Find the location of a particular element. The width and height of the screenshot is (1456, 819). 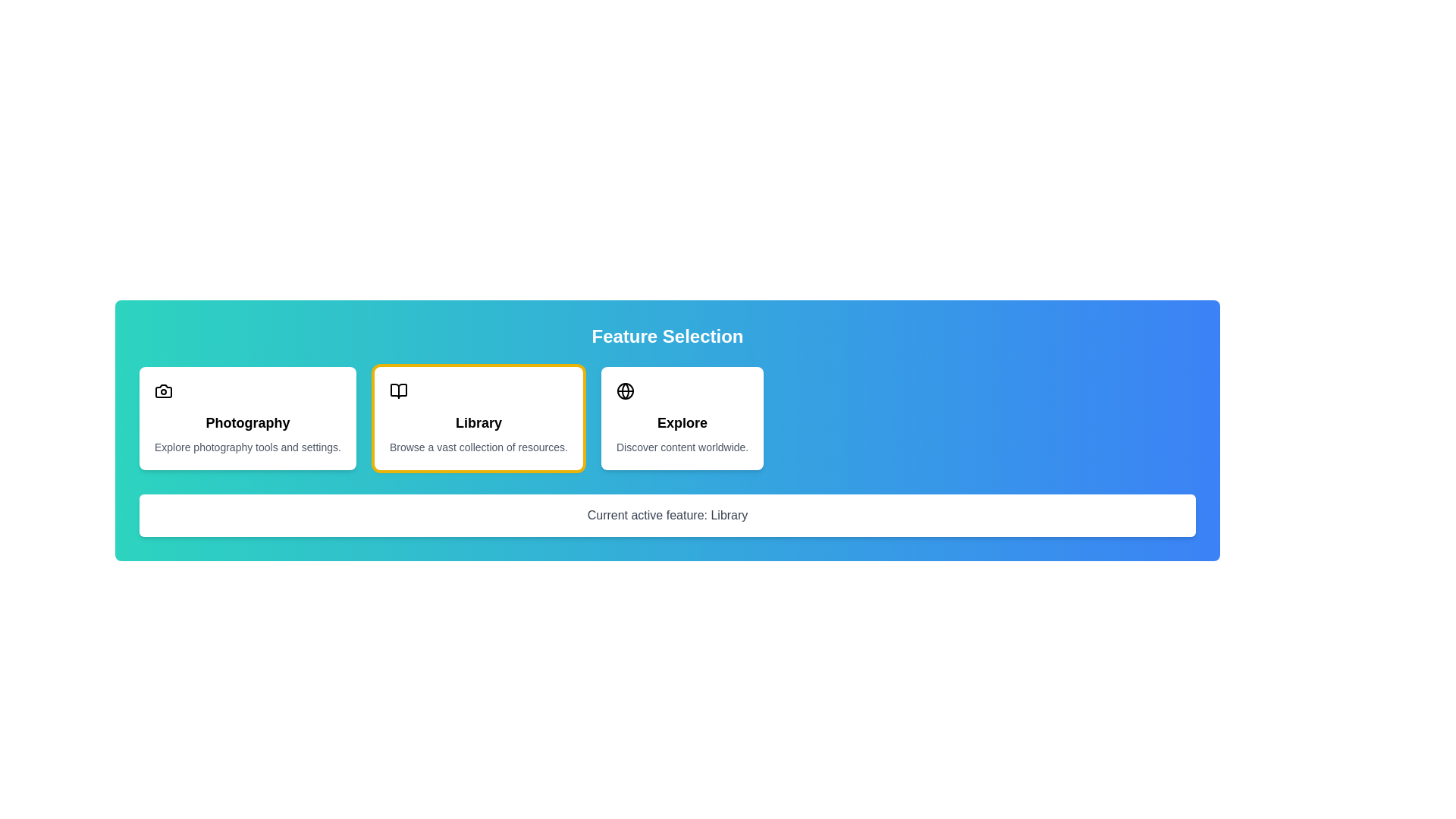

the Text Label located at the top-center of the third card in a horizontal list of cards is located at coordinates (682, 423).